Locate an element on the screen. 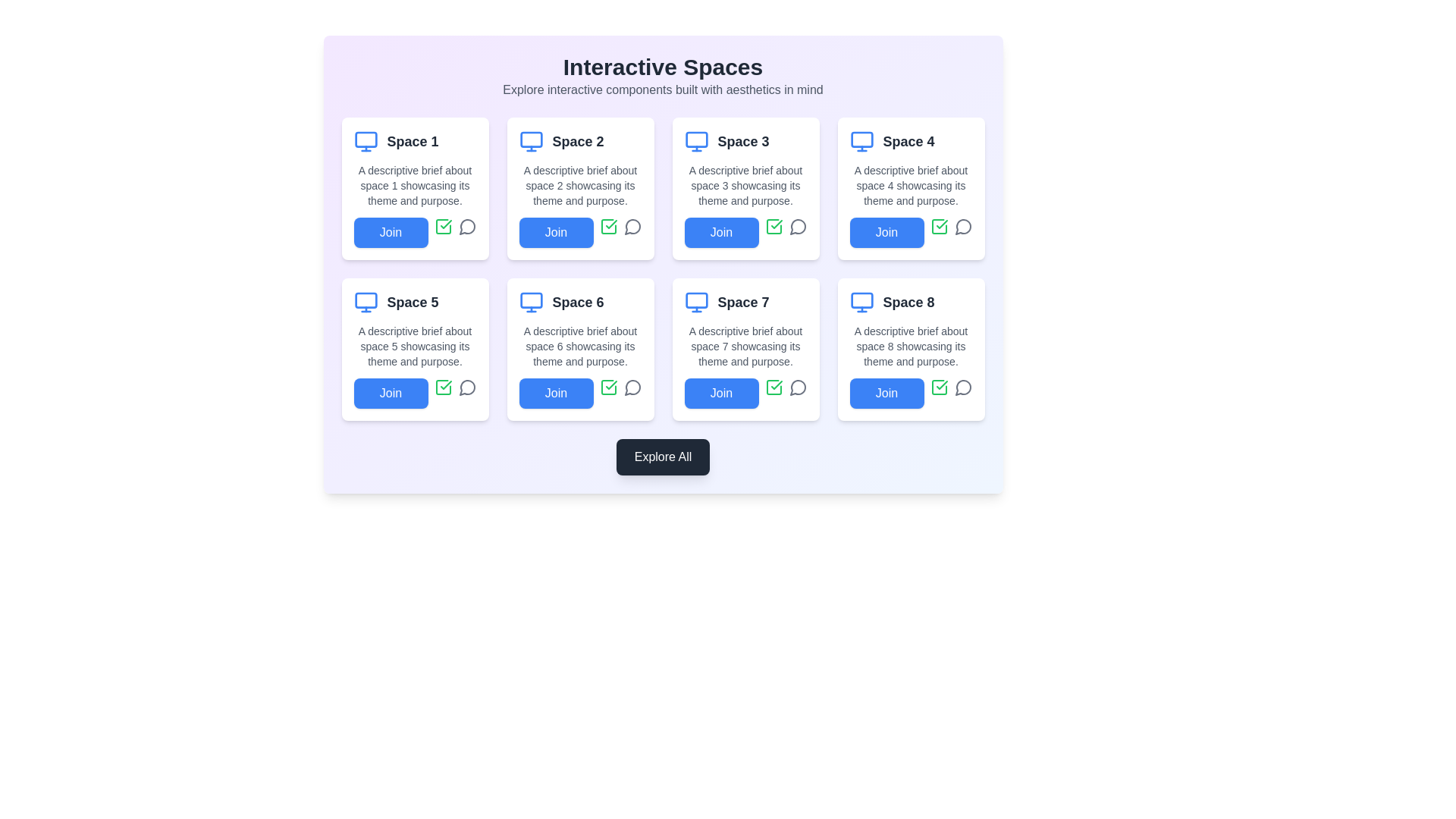 The image size is (1456, 819). the central button located at the bottom of the interface is located at coordinates (663, 456).